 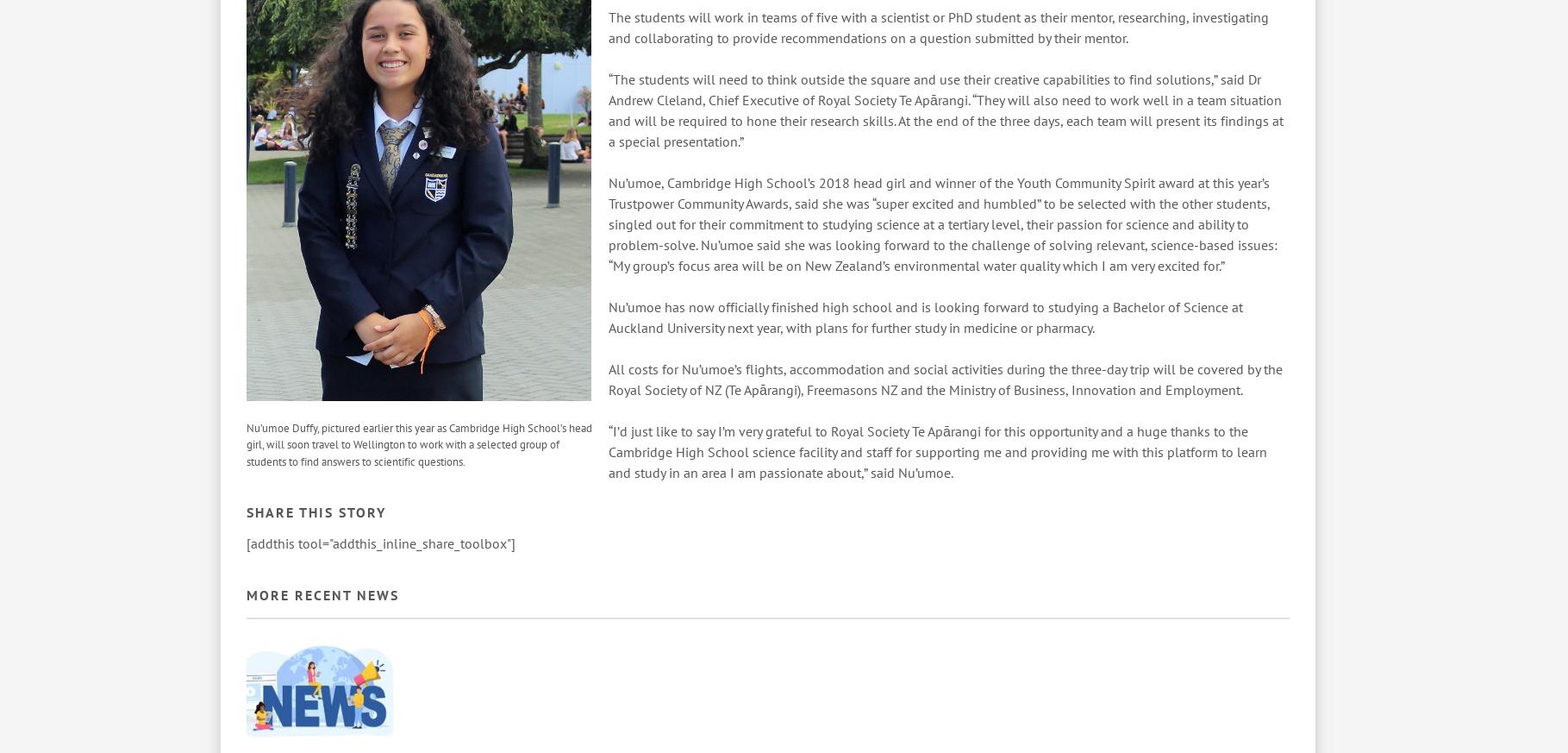 I want to click on 'Nu’umoe Duffy, pictured earlier this year as Cambridge High School’s head girl, will soon travel to Wellington to work with a selected group of students to find answers to scientific questions.', so click(x=419, y=444).